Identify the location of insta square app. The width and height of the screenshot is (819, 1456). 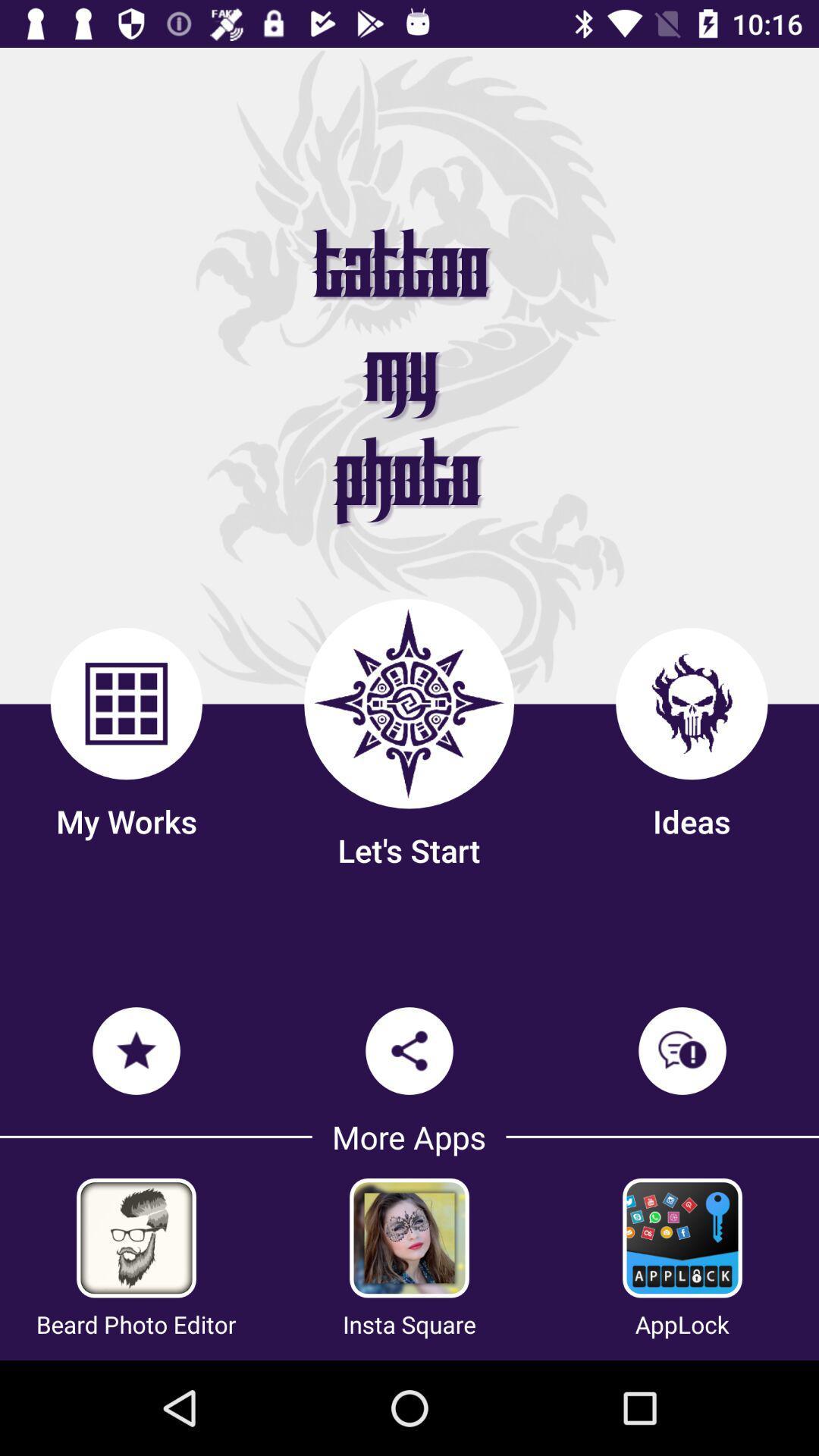
(409, 1238).